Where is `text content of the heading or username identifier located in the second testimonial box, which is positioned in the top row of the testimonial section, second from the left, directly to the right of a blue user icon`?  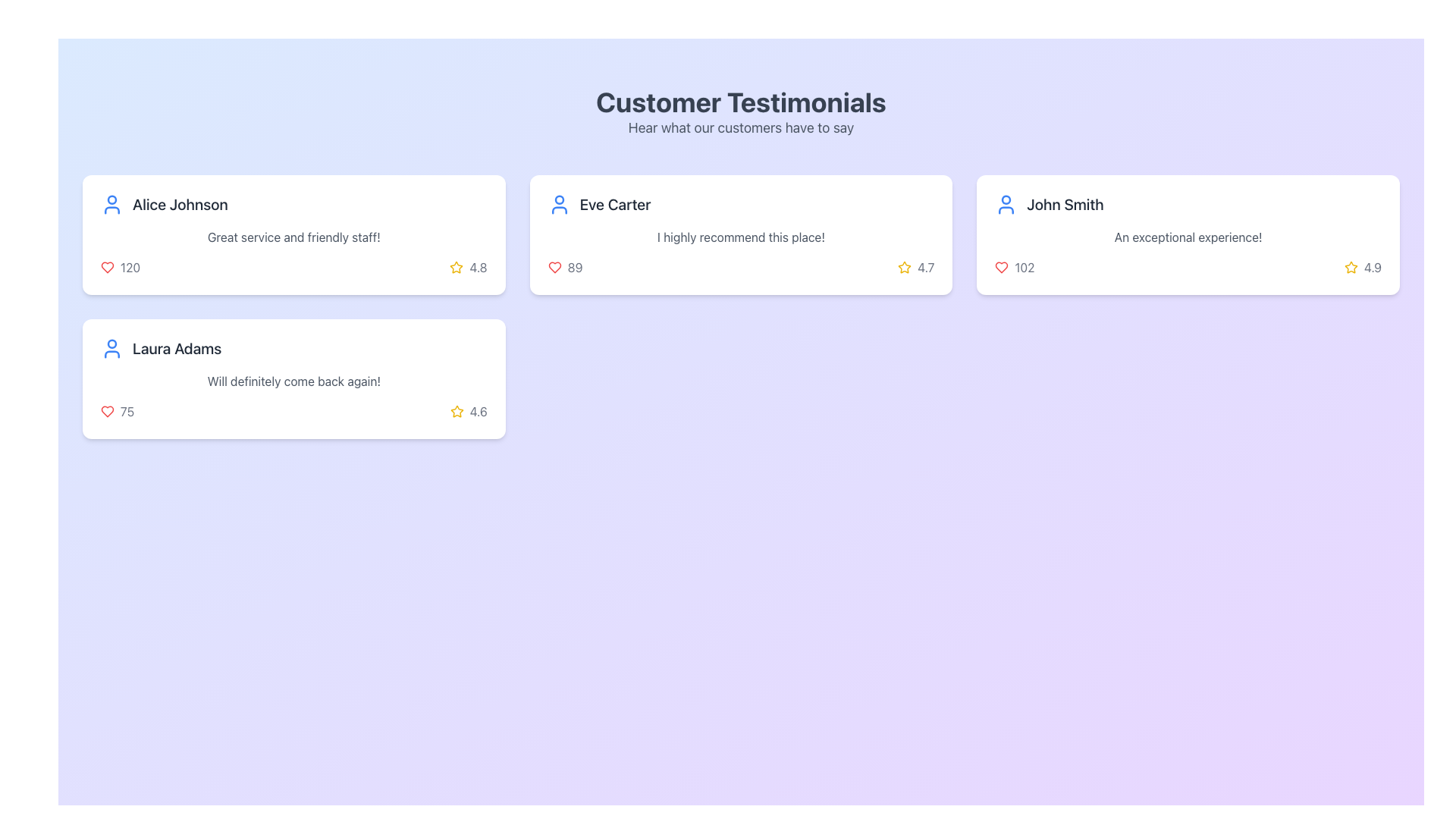
text content of the heading or username identifier located in the second testimonial box, which is positioned in the top row of the testimonial section, second from the left, directly to the right of a blue user icon is located at coordinates (615, 205).